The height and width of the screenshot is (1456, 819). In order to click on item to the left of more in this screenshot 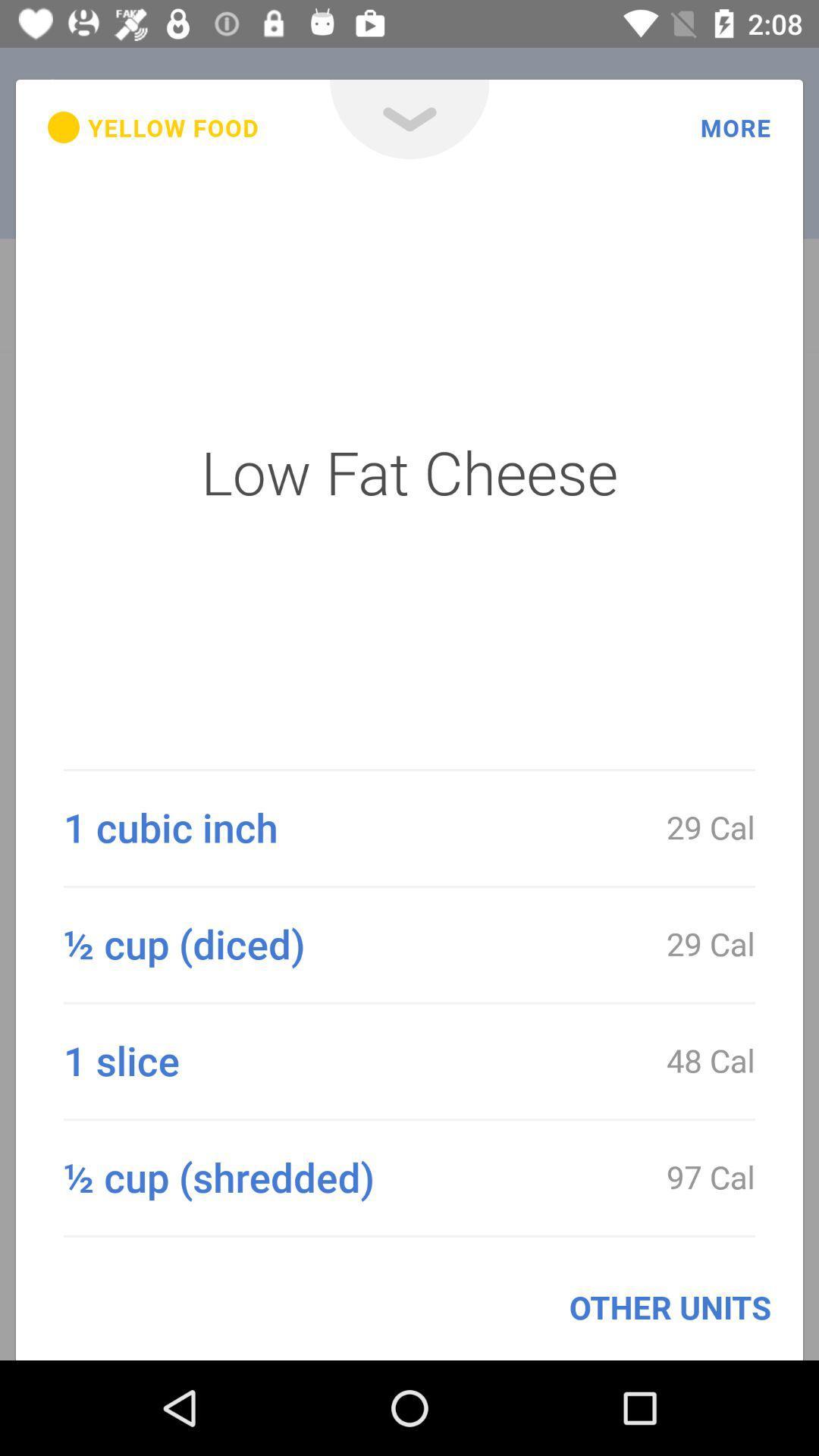, I will do `click(409, 118)`.